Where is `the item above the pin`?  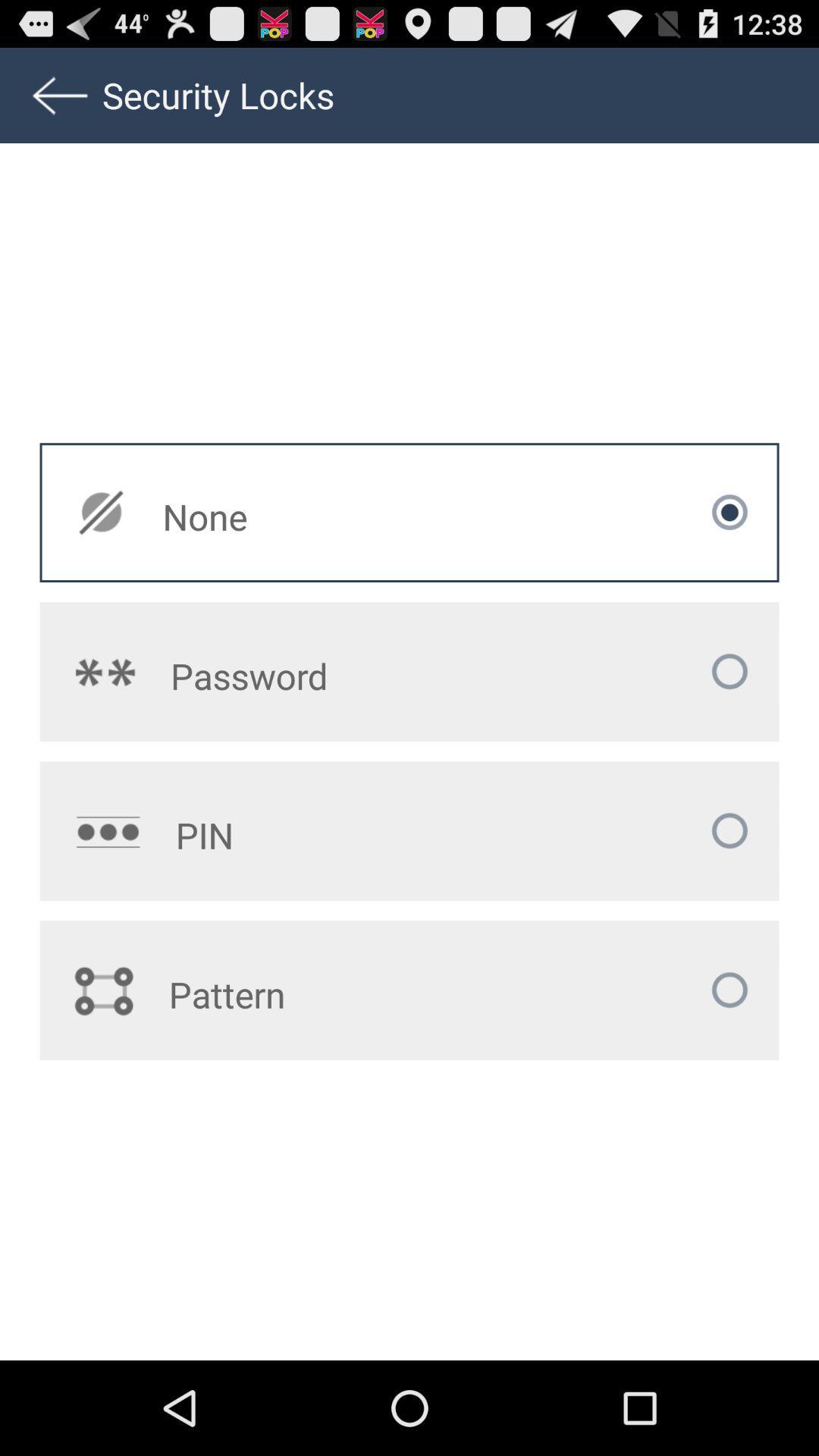 the item above the pin is located at coordinates (318, 675).